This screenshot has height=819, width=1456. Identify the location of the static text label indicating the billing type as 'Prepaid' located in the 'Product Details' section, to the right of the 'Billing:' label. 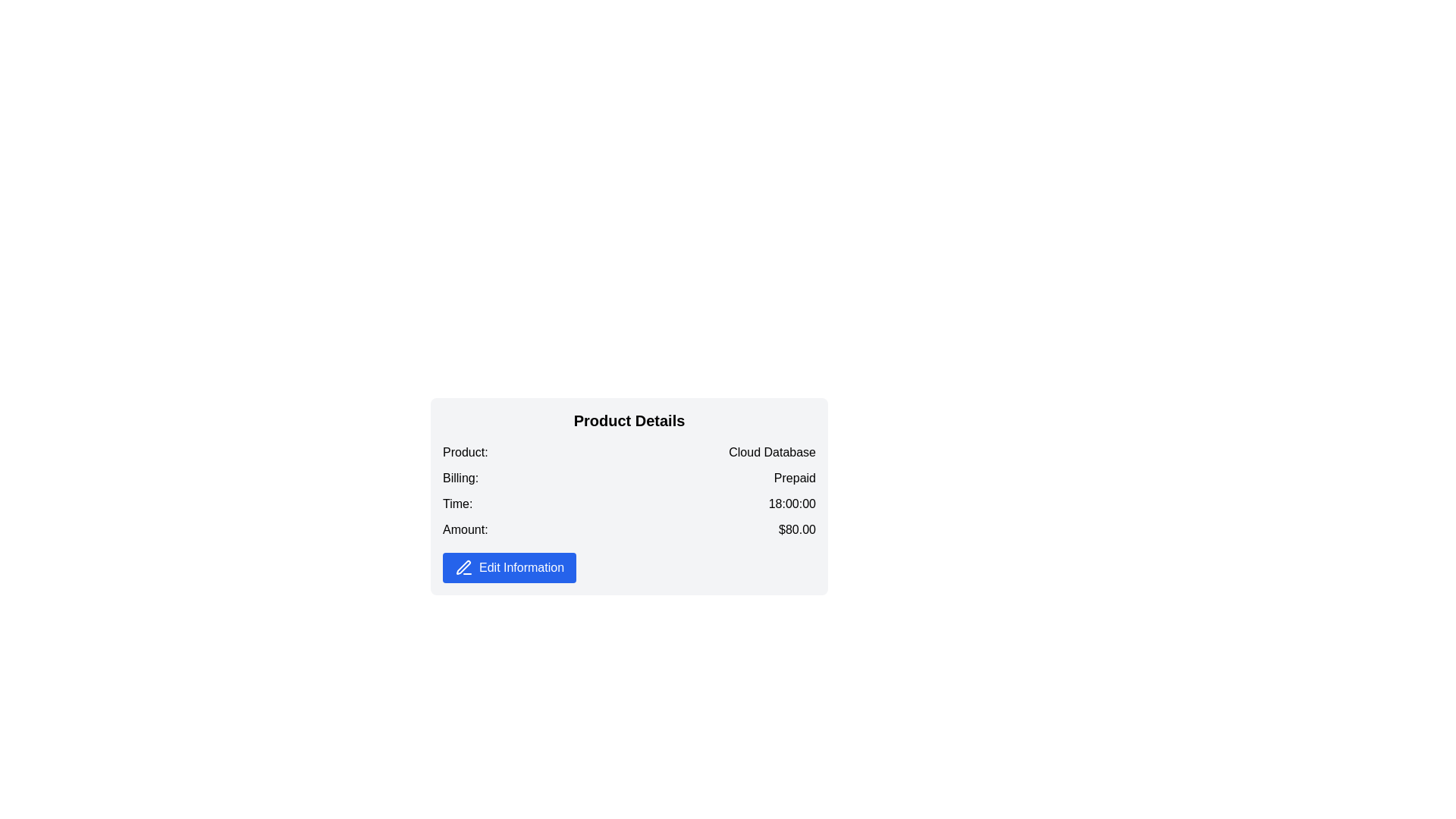
(794, 479).